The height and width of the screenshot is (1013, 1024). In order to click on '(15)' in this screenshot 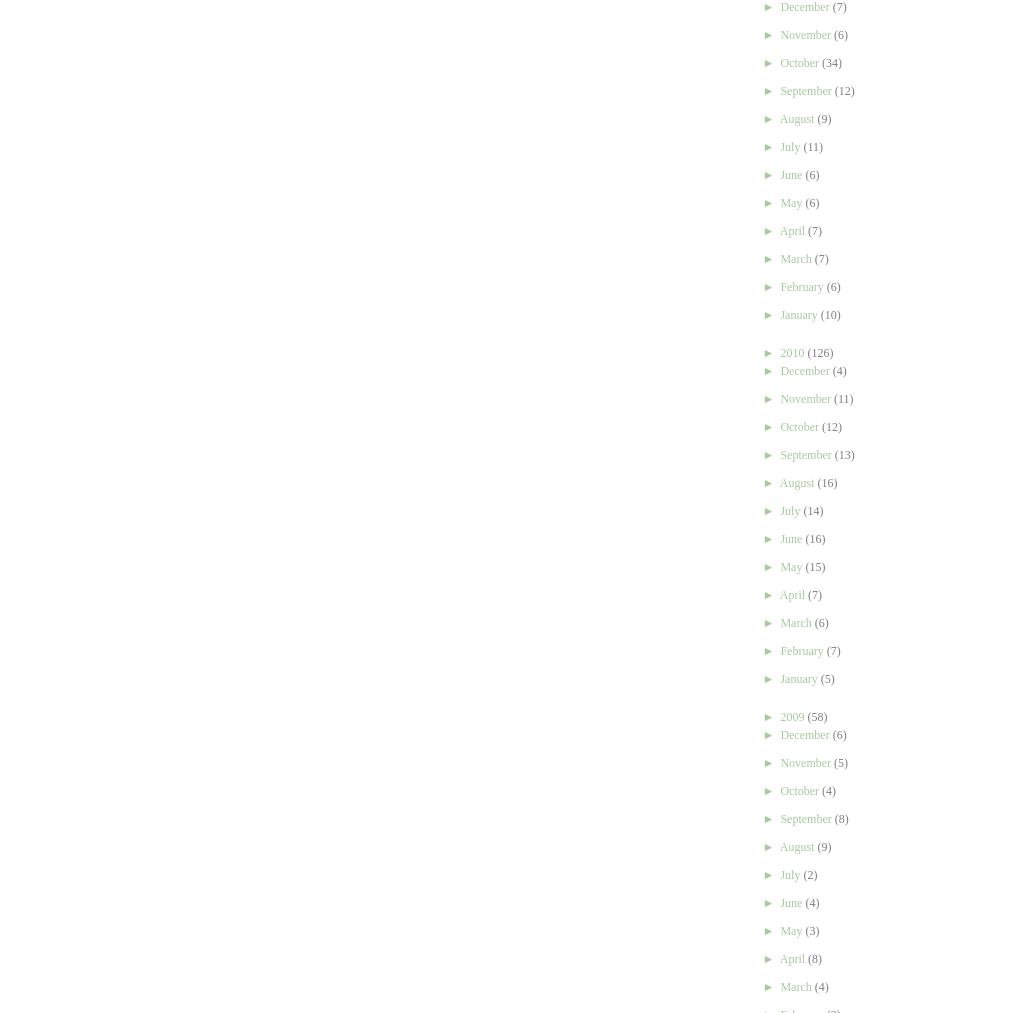, I will do `click(814, 566)`.